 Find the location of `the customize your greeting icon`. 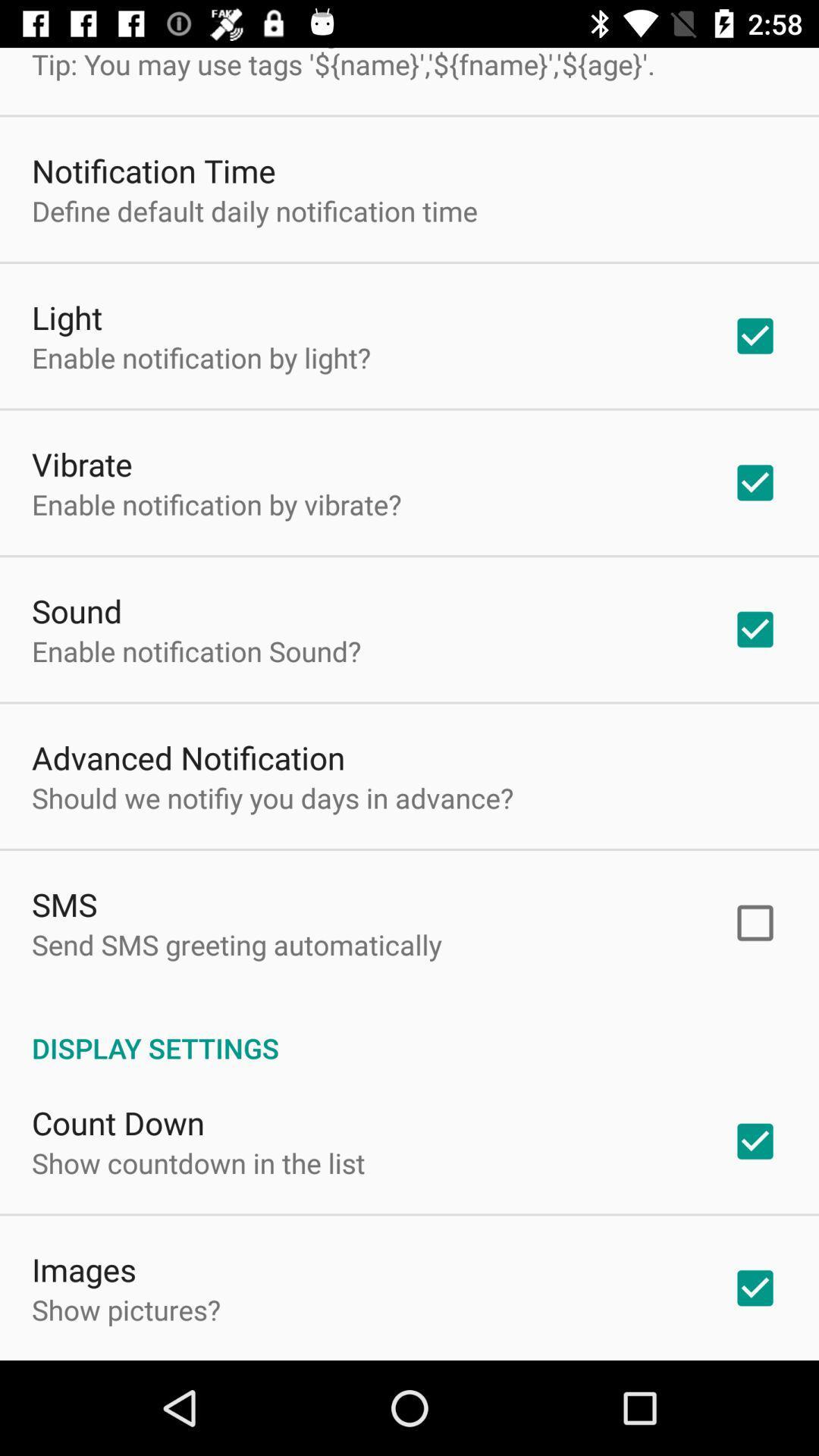

the customize your greeting icon is located at coordinates (343, 64).